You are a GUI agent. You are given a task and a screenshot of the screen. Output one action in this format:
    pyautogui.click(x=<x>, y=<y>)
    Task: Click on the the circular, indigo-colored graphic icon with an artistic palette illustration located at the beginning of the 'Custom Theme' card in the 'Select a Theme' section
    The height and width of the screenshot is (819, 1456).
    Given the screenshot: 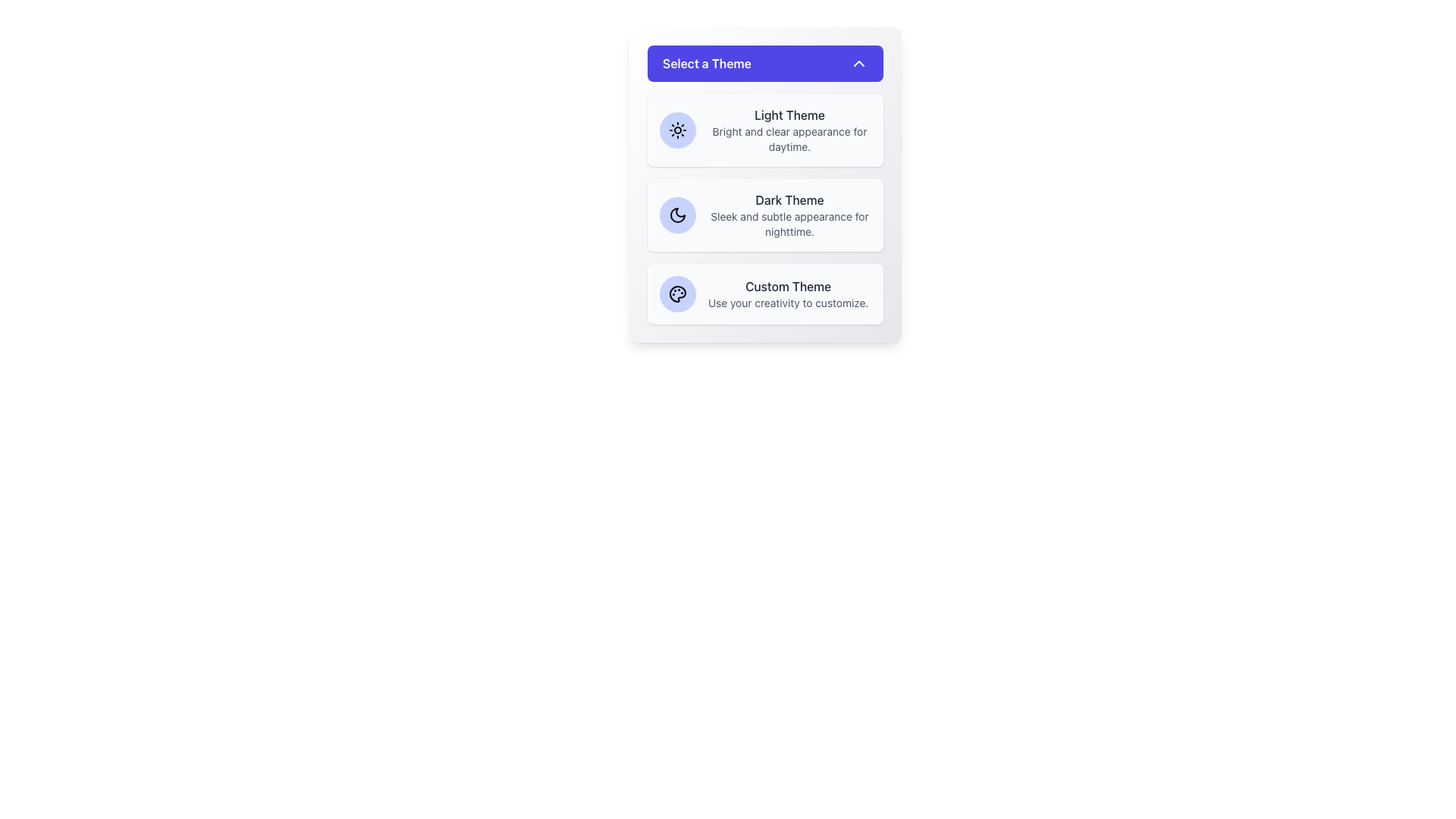 What is the action you would take?
    pyautogui.click(x=676, y=294)
    